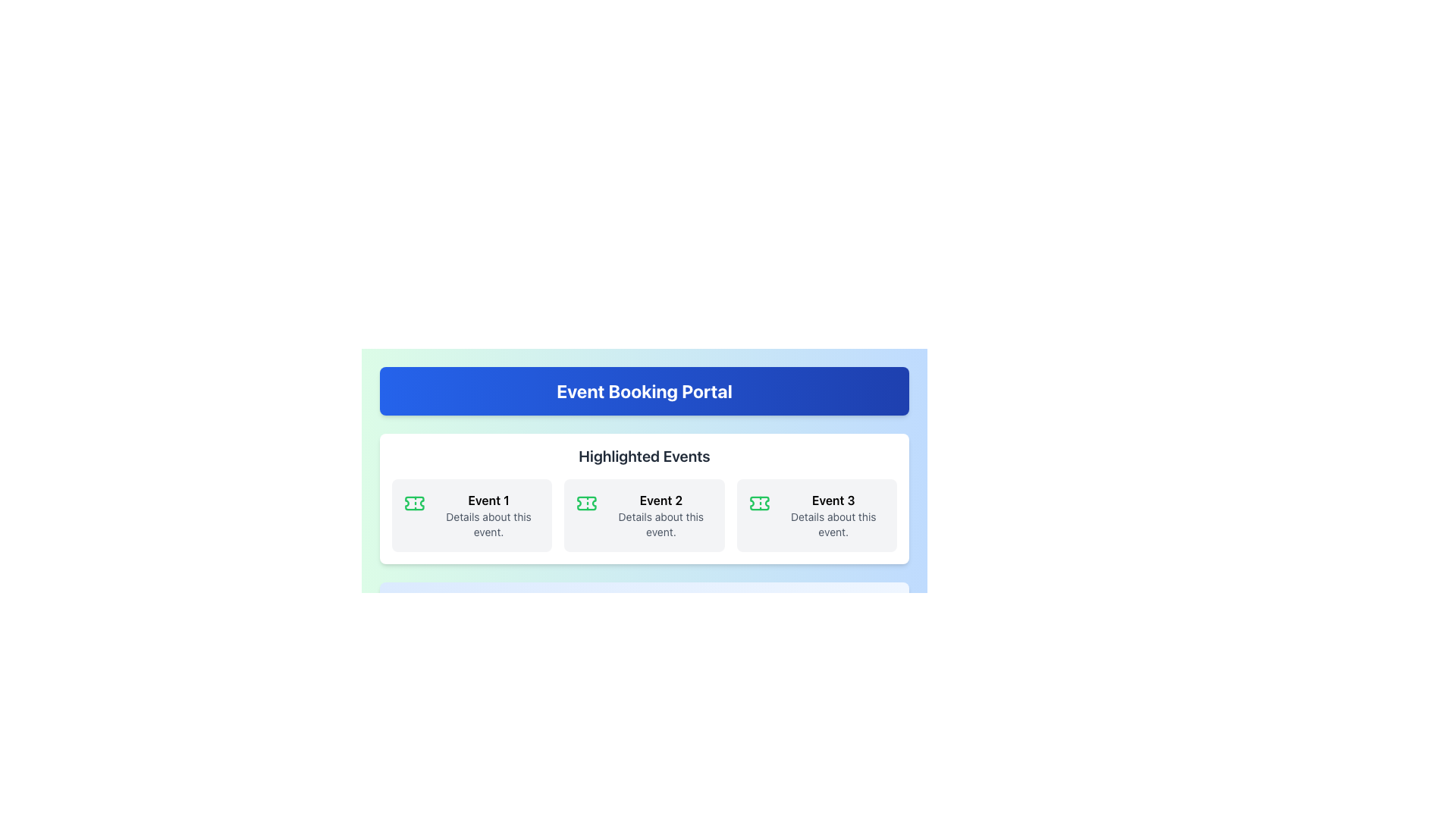 The width and height of the screenshot is (1456, 819). Describe the element at coordinates (661, 514) in the screenshot. I see `text content of the TextBlock displaying event details for 'Event 2', which is the second card in the 'Highlighted Events' section of the 'Event Booking Portal'` at that location.